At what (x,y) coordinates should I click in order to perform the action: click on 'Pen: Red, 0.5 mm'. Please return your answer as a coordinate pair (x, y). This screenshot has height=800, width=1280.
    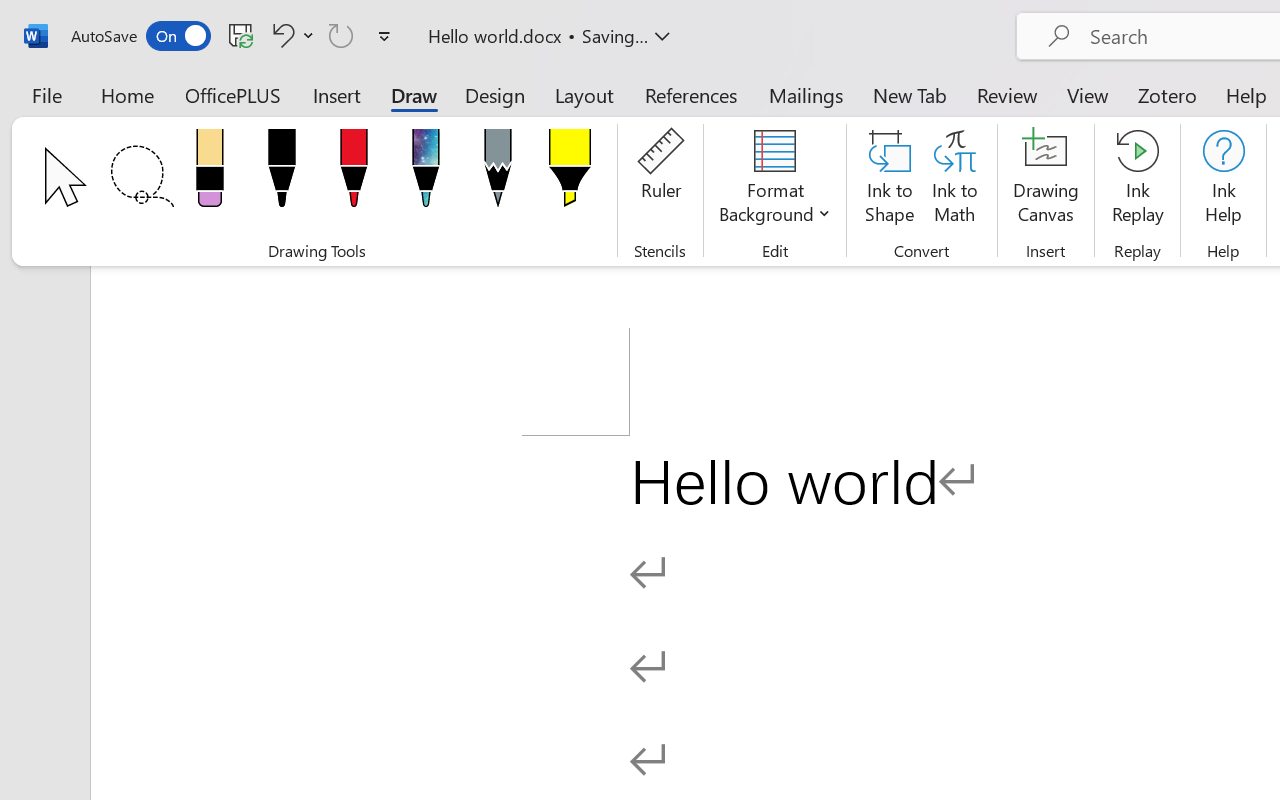
    Looking at the image, I should click on (353, 173).